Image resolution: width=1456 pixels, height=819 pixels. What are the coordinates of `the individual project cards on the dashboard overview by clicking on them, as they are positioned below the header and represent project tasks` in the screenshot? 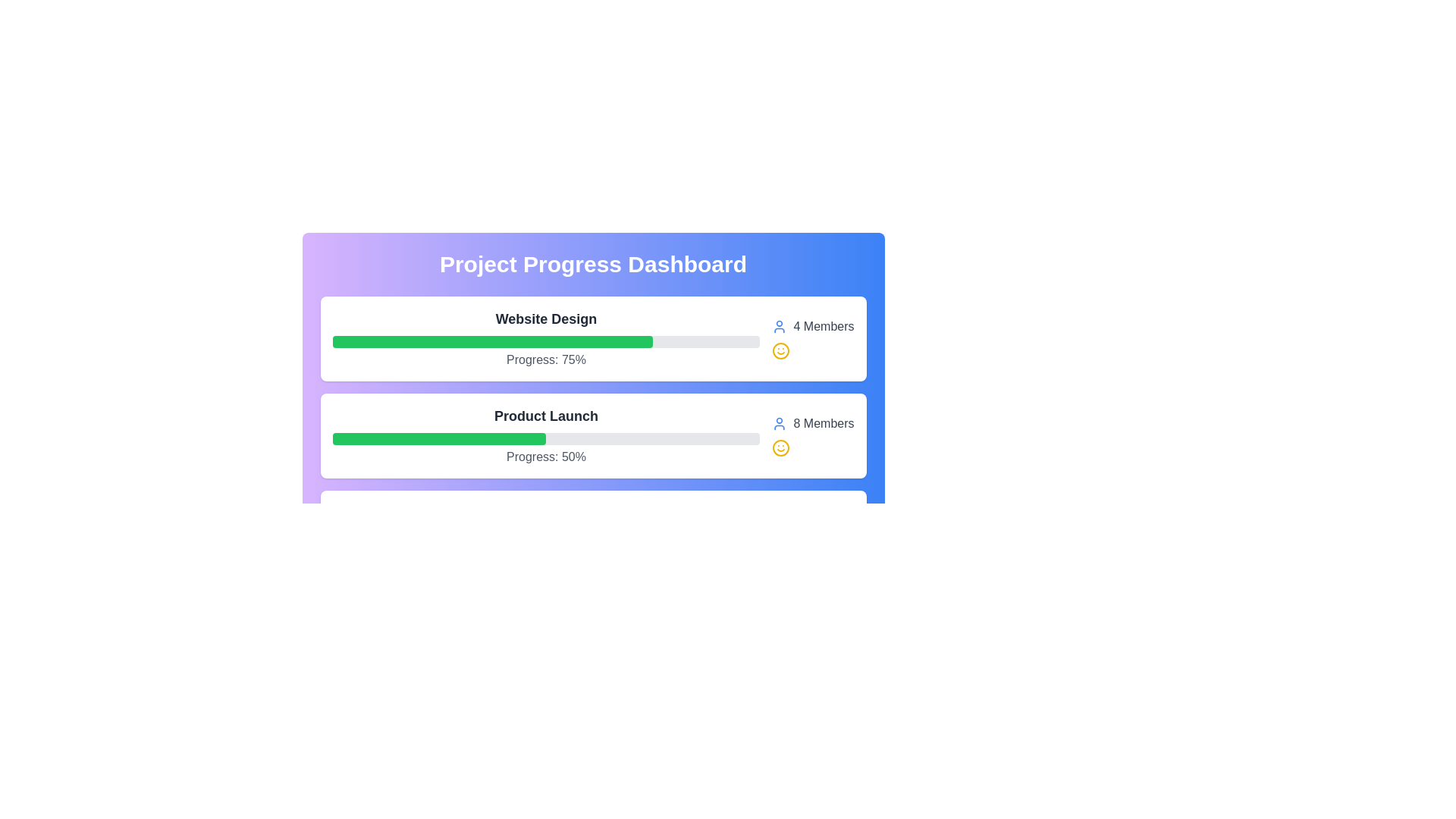 It's located at (592, 413).